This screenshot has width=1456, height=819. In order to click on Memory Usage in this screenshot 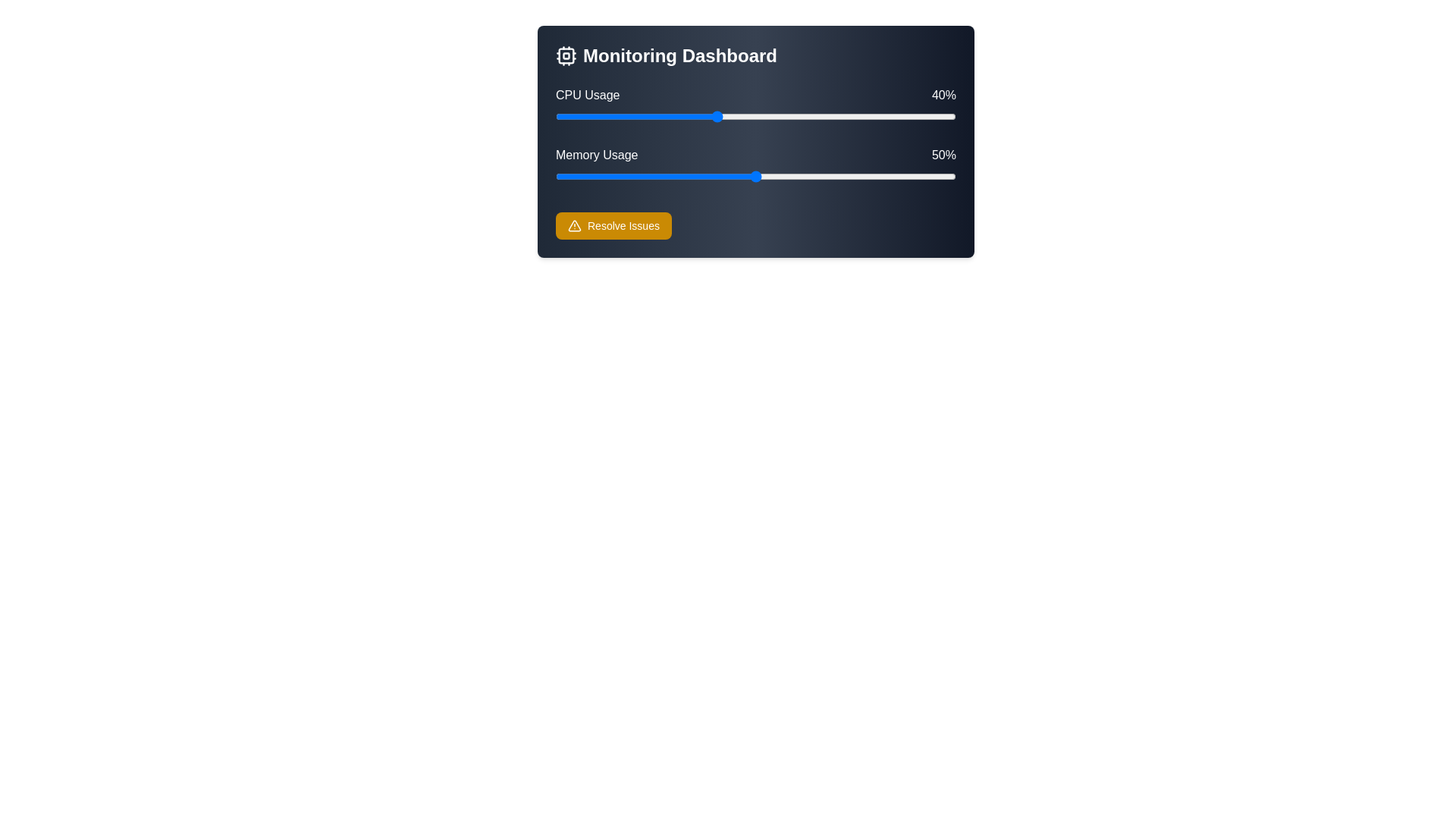, I will do `click(616, 175)`.